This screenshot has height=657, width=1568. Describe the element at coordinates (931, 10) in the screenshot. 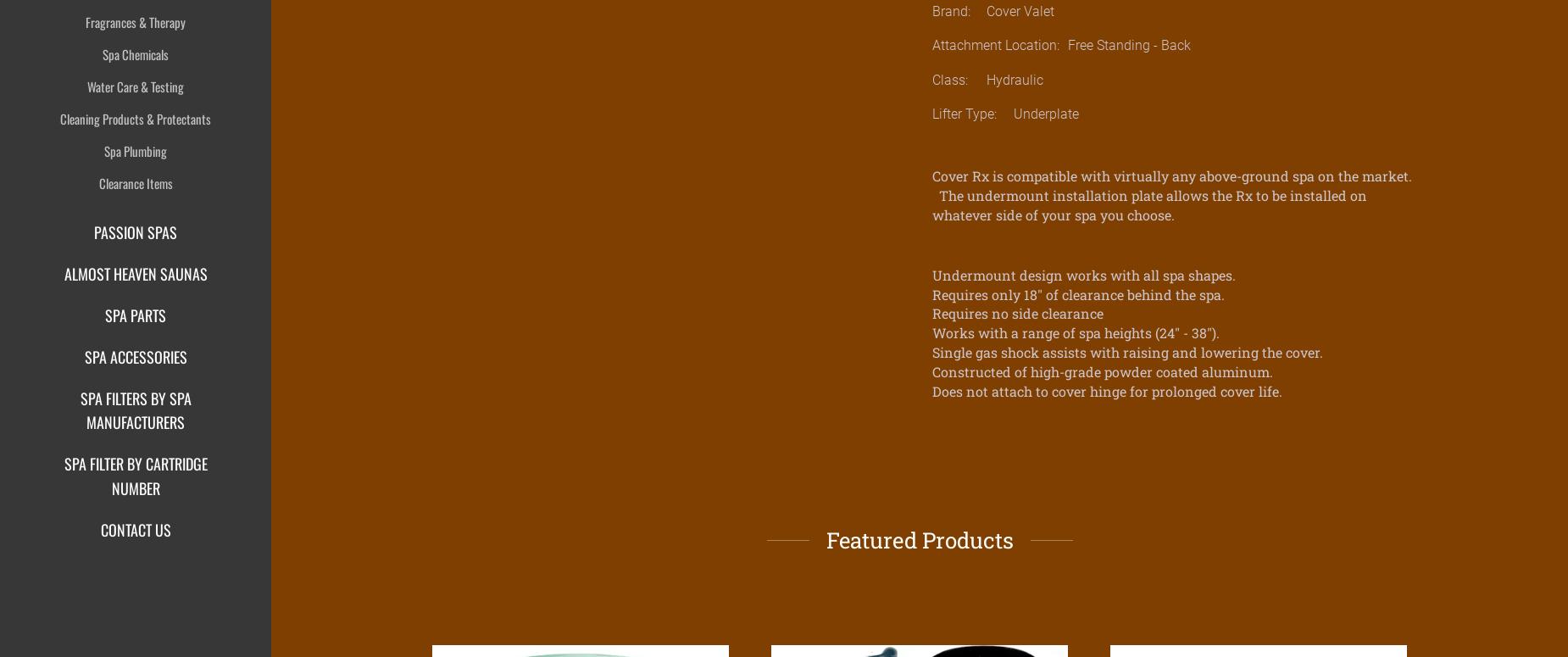

I see `'Brand:'` at that location.